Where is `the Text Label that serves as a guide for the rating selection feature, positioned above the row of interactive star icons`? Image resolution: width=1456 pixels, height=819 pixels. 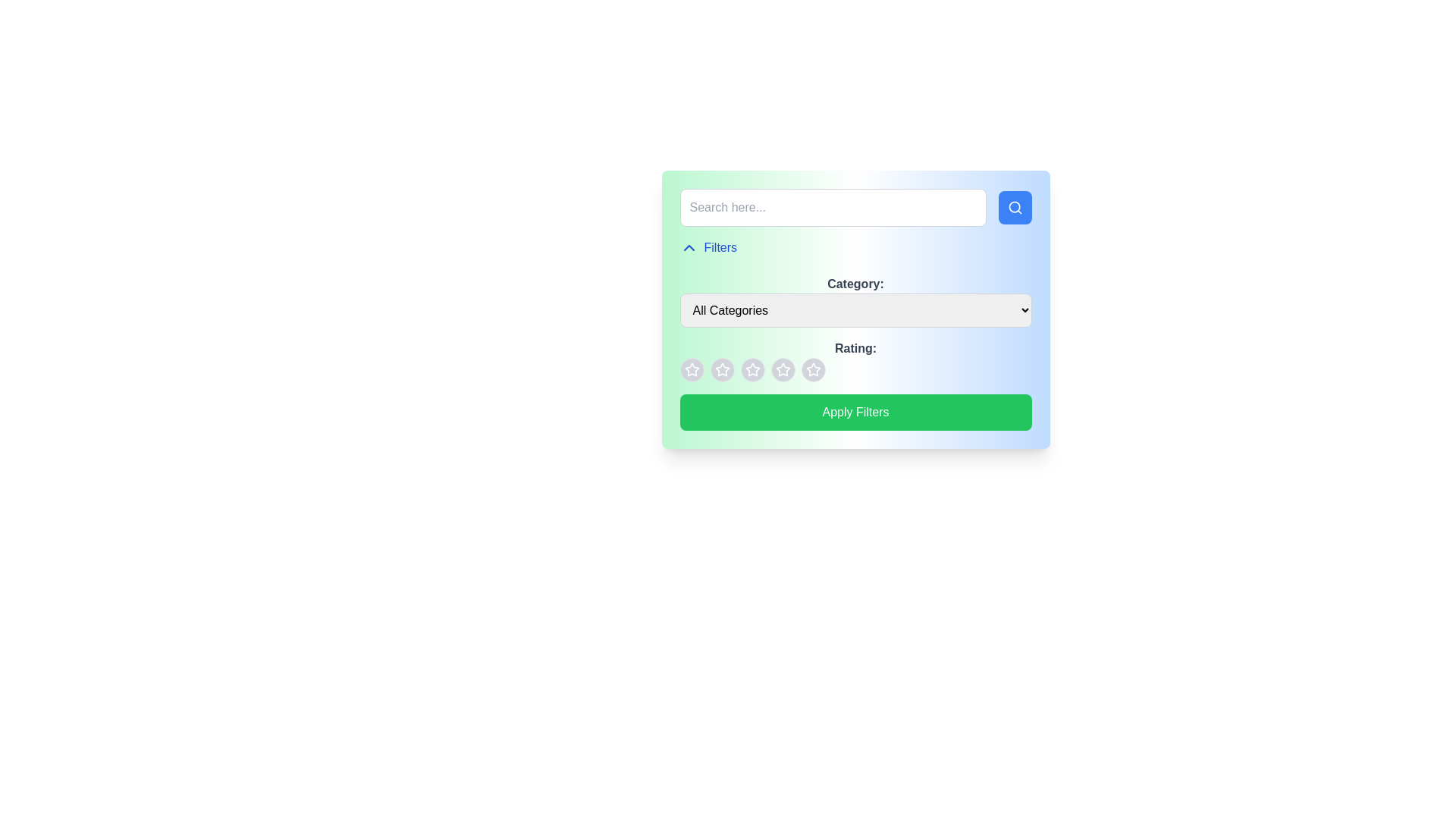 the Text Label that serves as a guide for the rating selection feature, positioned above the row of interactive star icons is located at coordinates (855, 348).